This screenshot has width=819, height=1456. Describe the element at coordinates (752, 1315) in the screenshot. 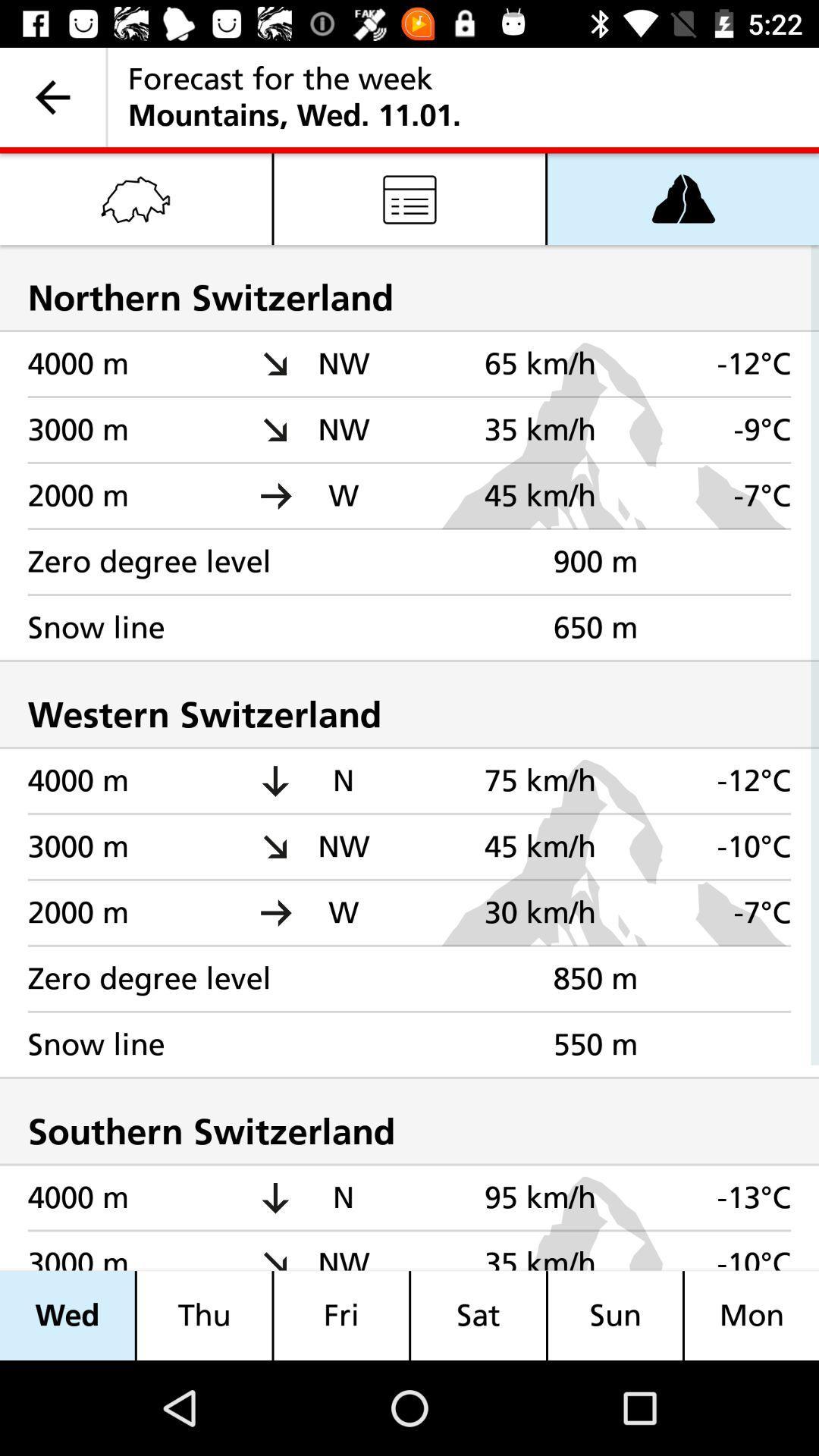

I see `mon item` at that location.